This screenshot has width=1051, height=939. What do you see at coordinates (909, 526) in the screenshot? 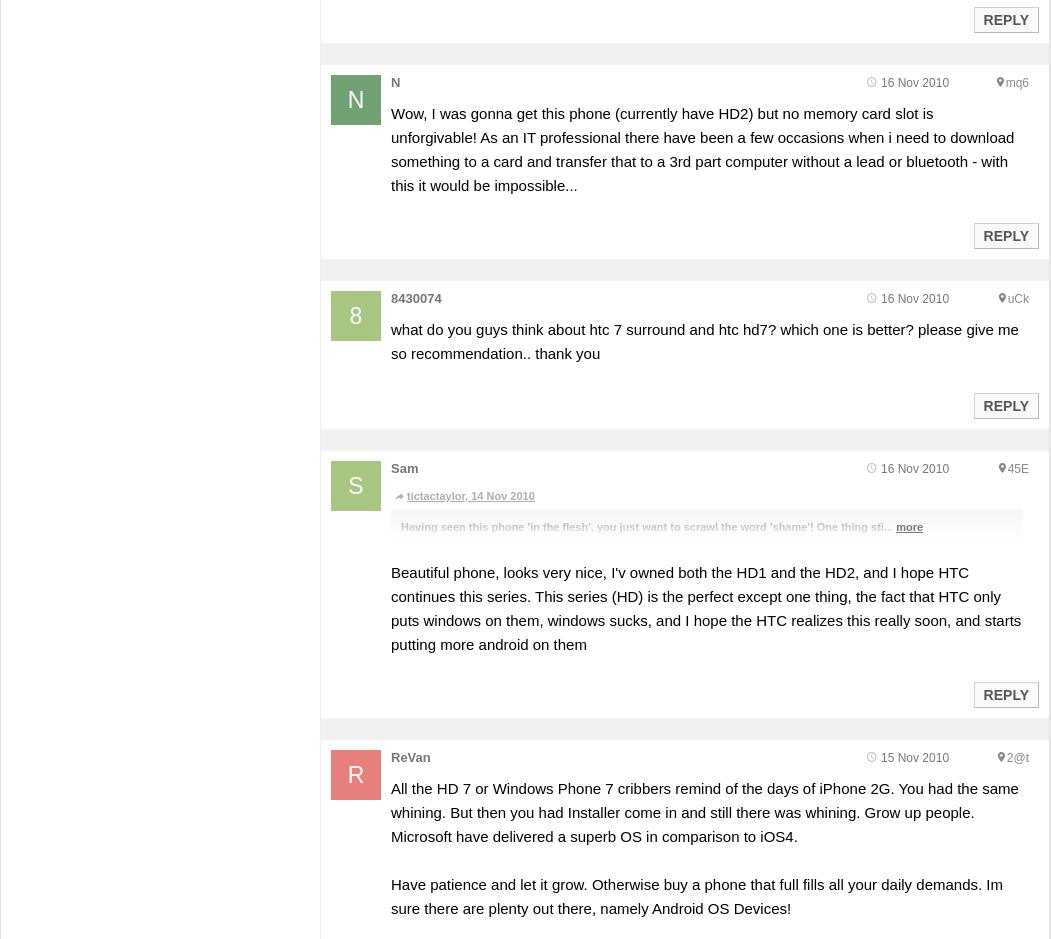
I see `'more'` at bounding box center [909, 526].